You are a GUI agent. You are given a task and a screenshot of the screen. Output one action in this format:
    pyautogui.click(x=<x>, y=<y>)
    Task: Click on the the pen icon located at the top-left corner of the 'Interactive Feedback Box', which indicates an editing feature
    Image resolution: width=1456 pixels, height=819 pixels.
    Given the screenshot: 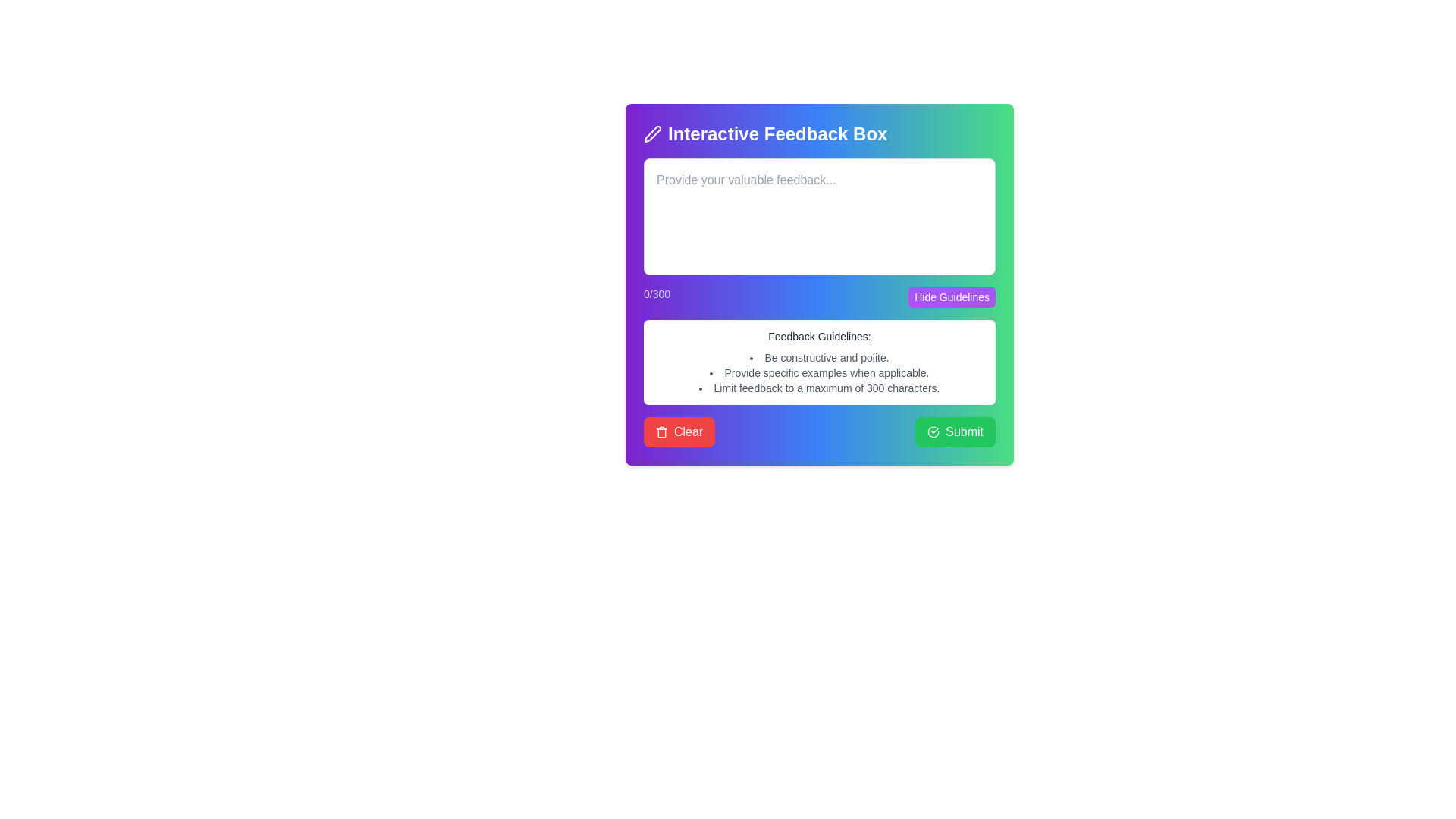 What is the action you would take?
    pyautogui.click(x=652, y=133)
    